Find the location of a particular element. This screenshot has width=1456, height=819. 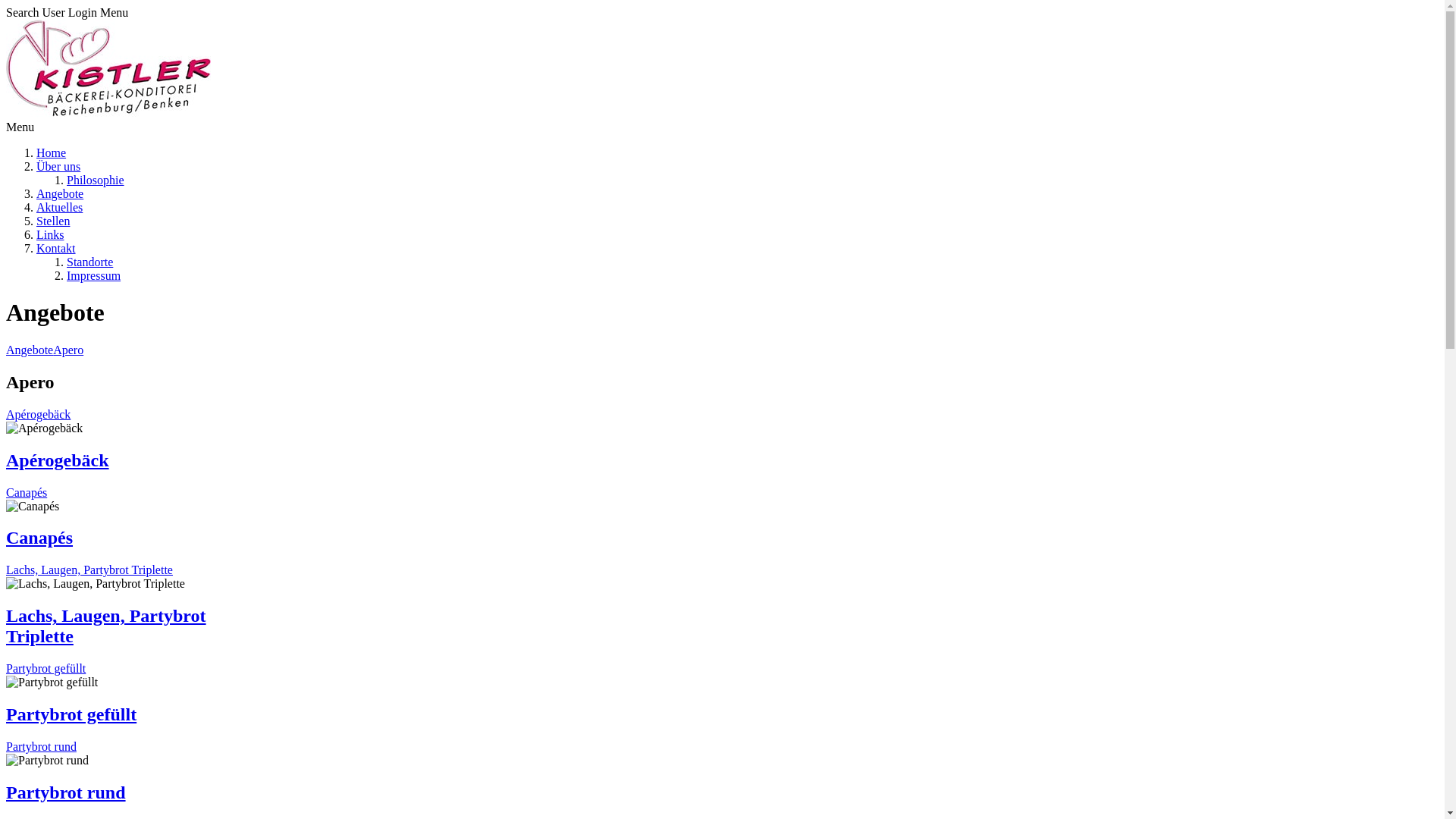

'Aktuelles' is located at coordinates (36, 207).